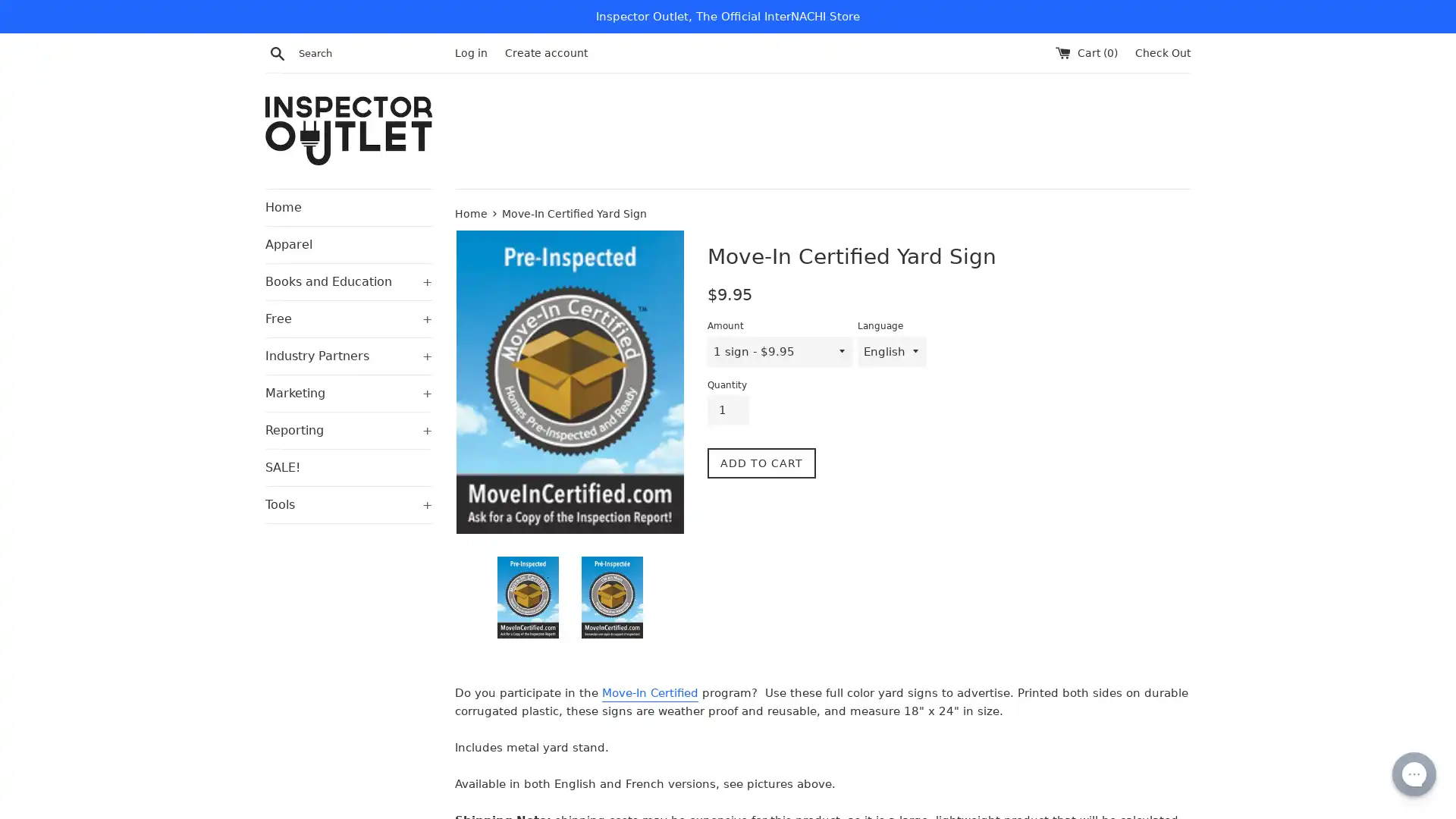  What do you see at coordinates (348, 430) in the screenshot?
I see `Reporting +` at bounding box center [348, 430].